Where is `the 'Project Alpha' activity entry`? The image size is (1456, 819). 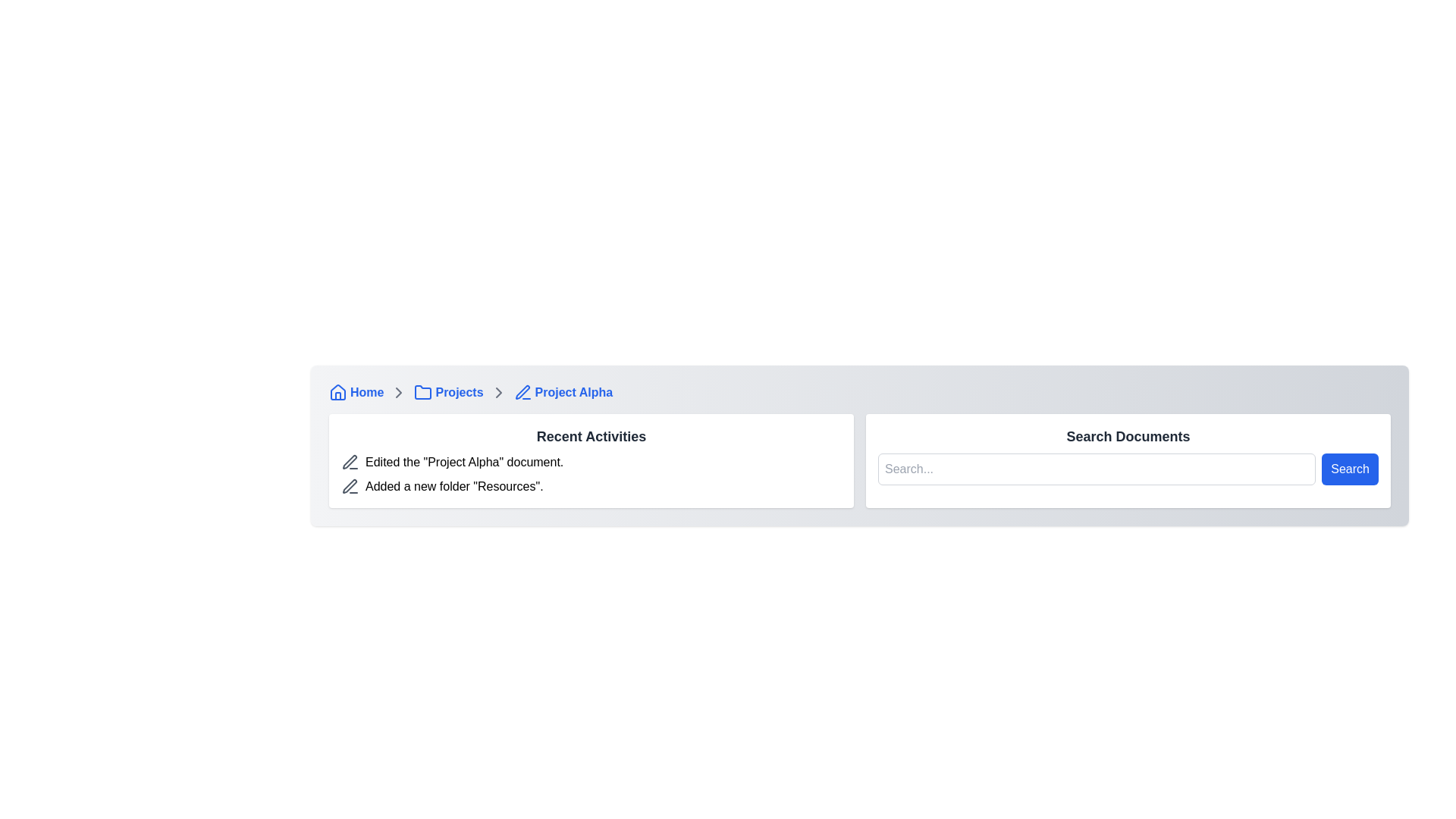
the 'Project Alpha' activity entry is located at coordinates (590, 461).